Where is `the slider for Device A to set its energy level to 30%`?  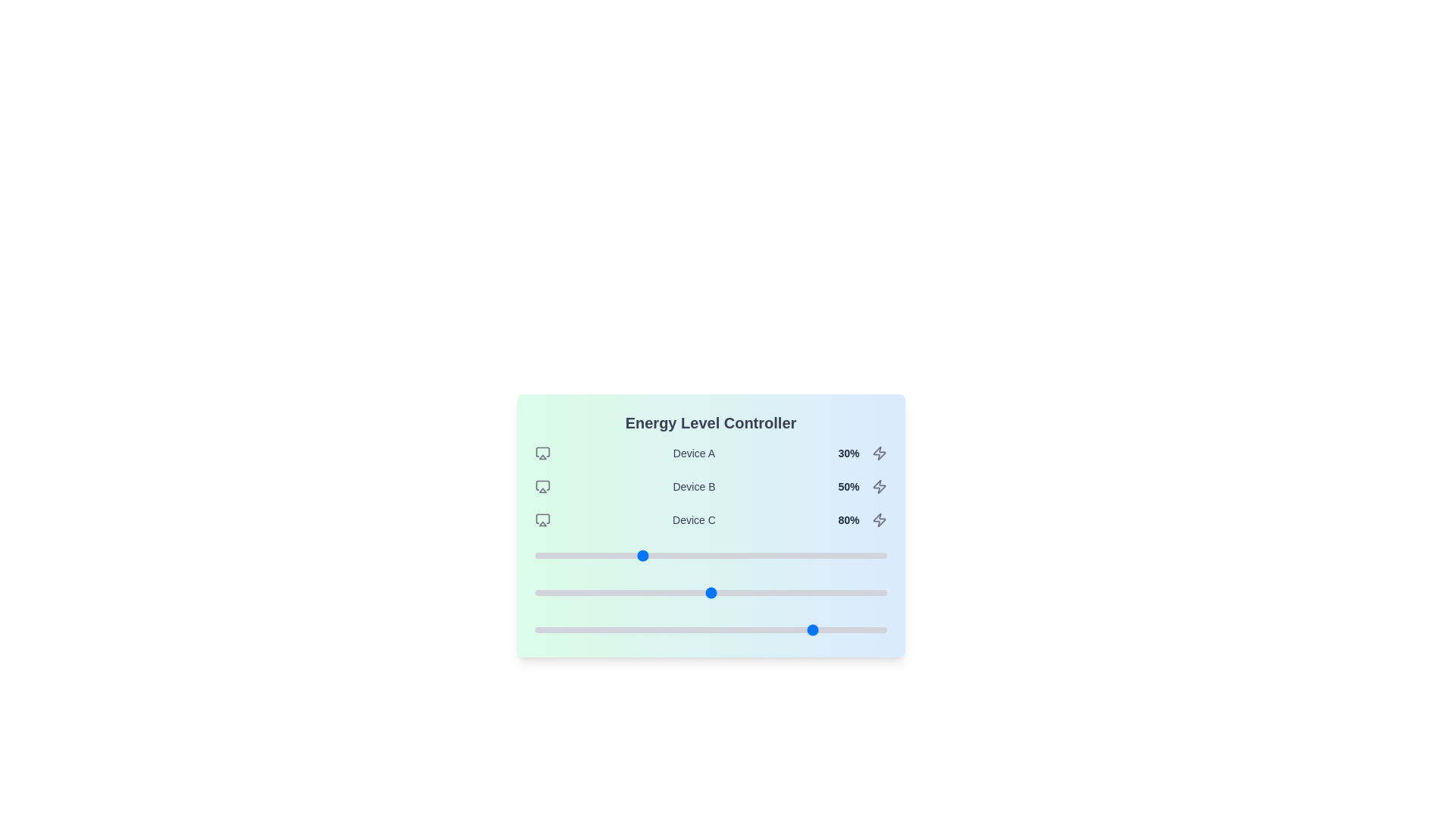 the slider for Device A to set its energy level to 30% is located at coordinates (640, 555).